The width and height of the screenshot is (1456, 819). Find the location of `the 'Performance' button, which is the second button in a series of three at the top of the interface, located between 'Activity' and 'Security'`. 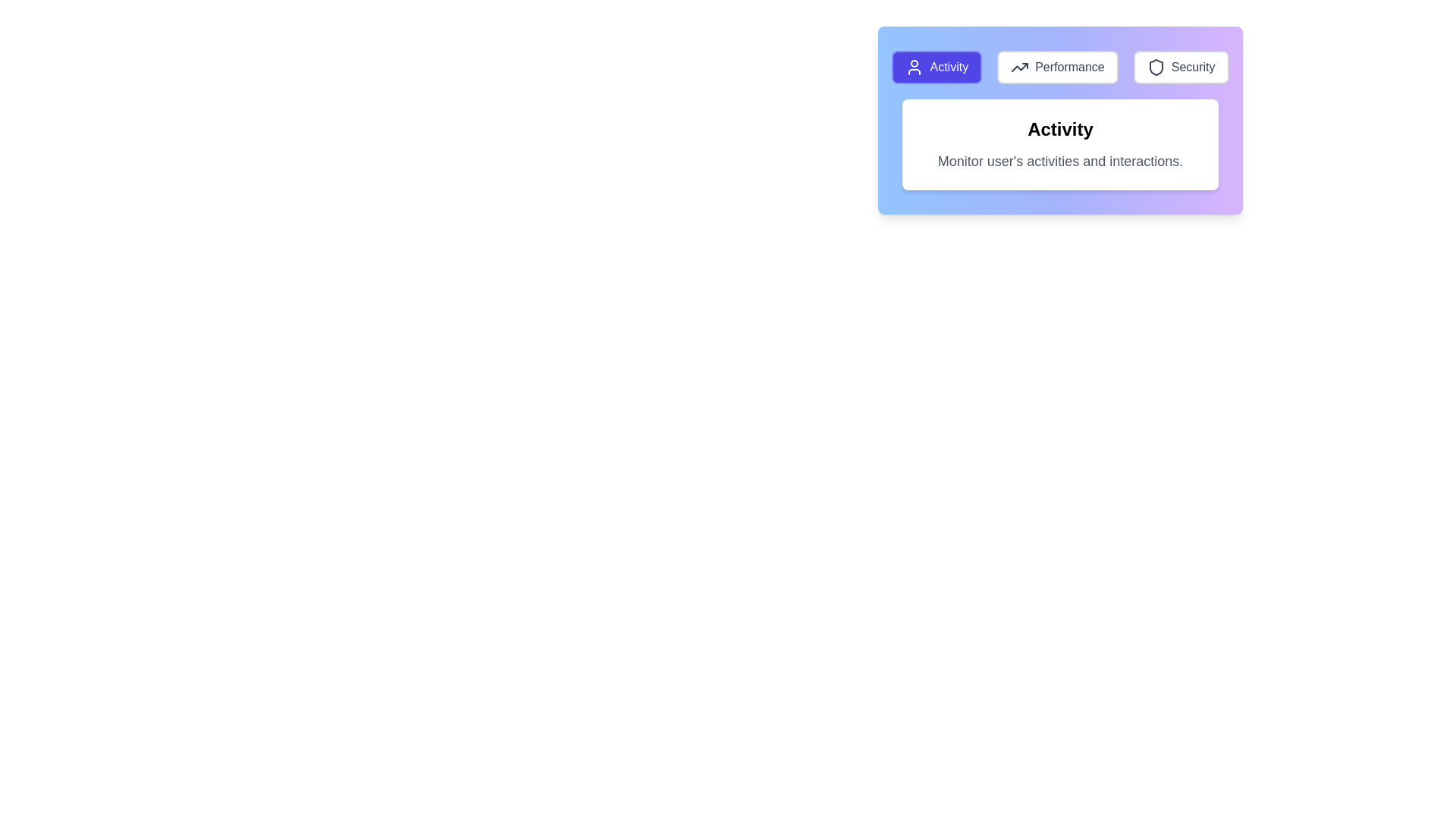

the 'Performance' button, which is the second button in a series of three at the top of the interface, located between 'Activity' and 'Security' is located at coordinates (1056, 66).